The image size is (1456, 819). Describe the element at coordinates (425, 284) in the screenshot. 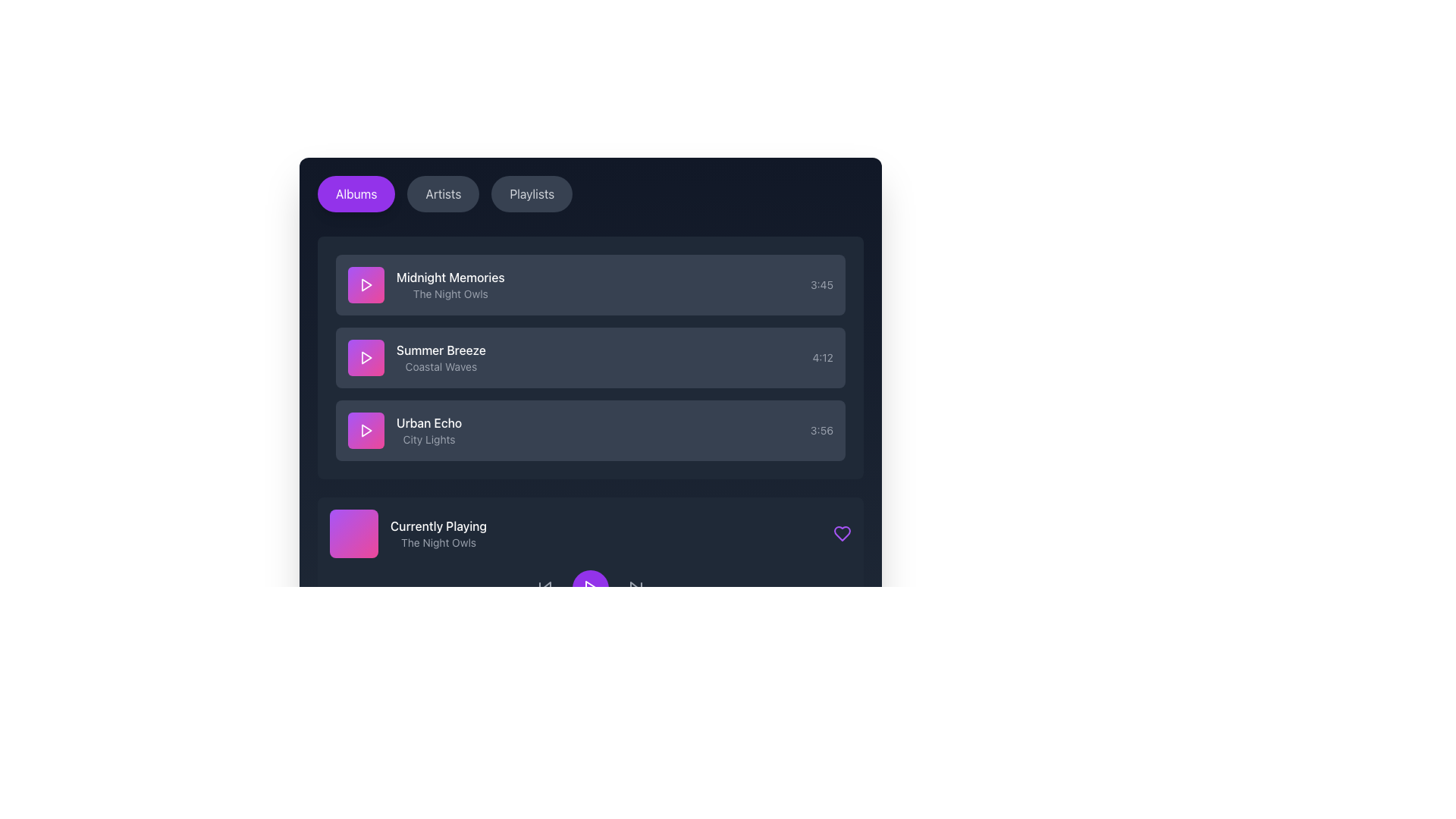

I see `text content of the music track title and artist name label, which is the first main text block in a row following the play button in the music playlist` at that location.